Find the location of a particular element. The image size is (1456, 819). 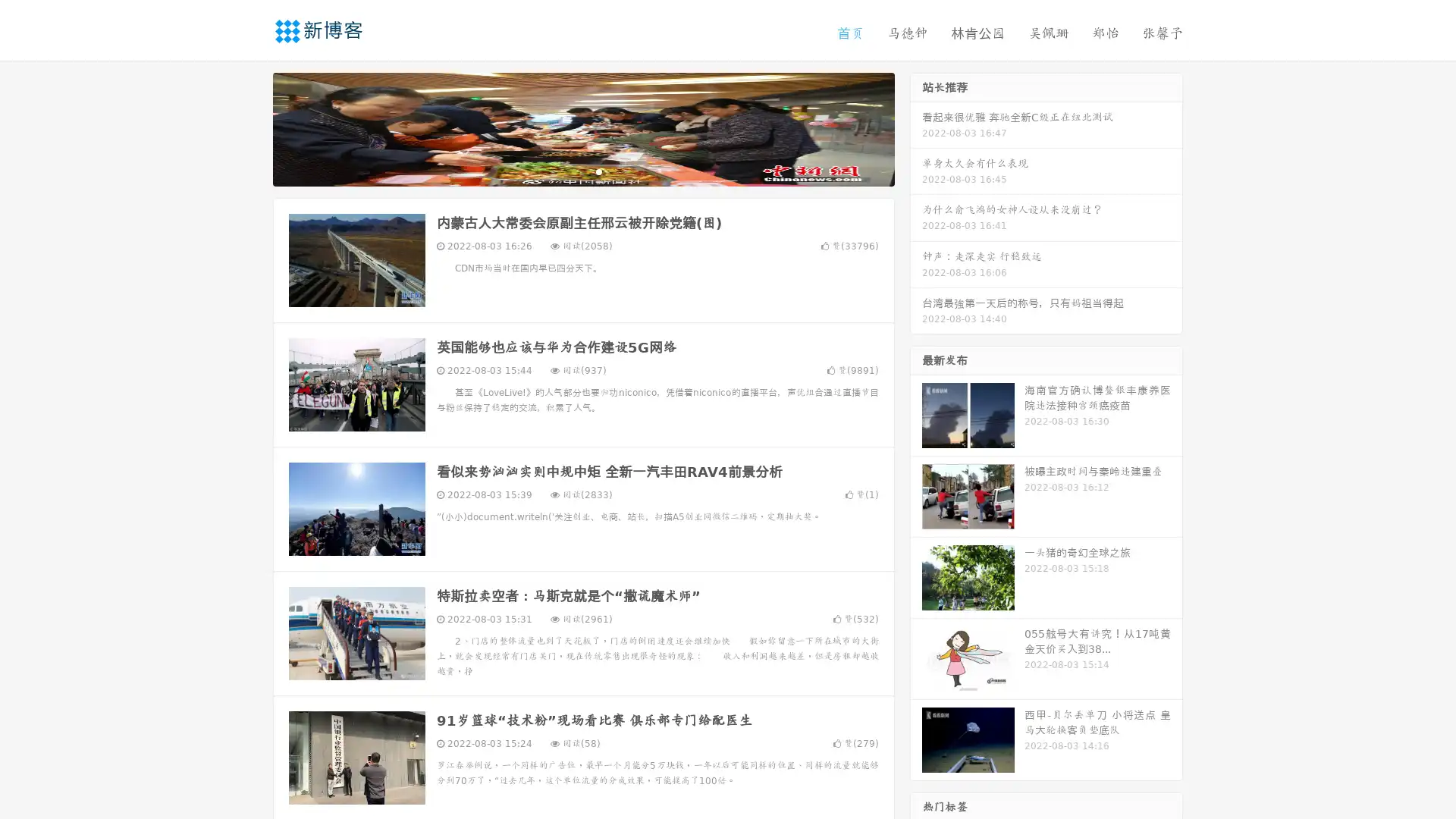

Go to slide 2 is located at coordinates (582, 171).